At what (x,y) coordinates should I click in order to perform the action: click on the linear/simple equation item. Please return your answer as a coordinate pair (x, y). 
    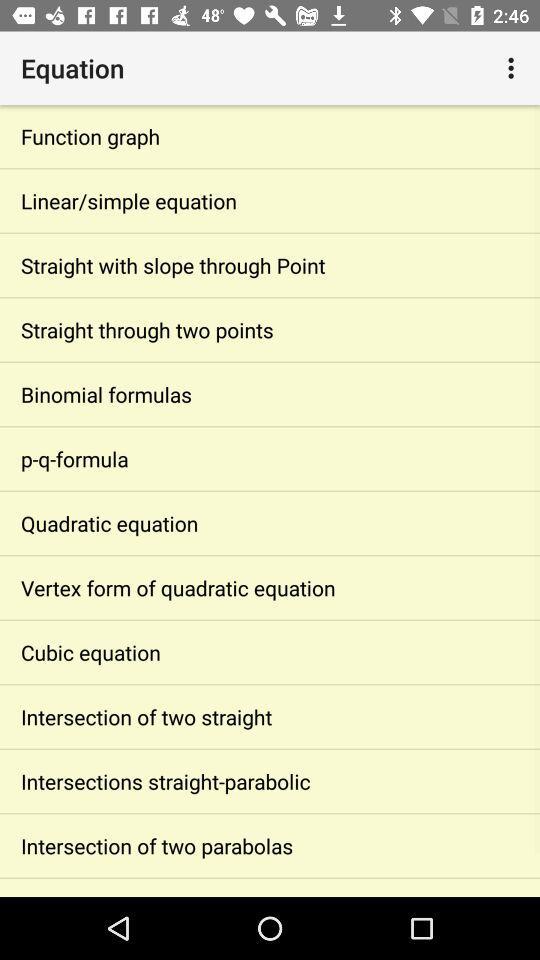
    Looking at the image, I should click on (270, 201).